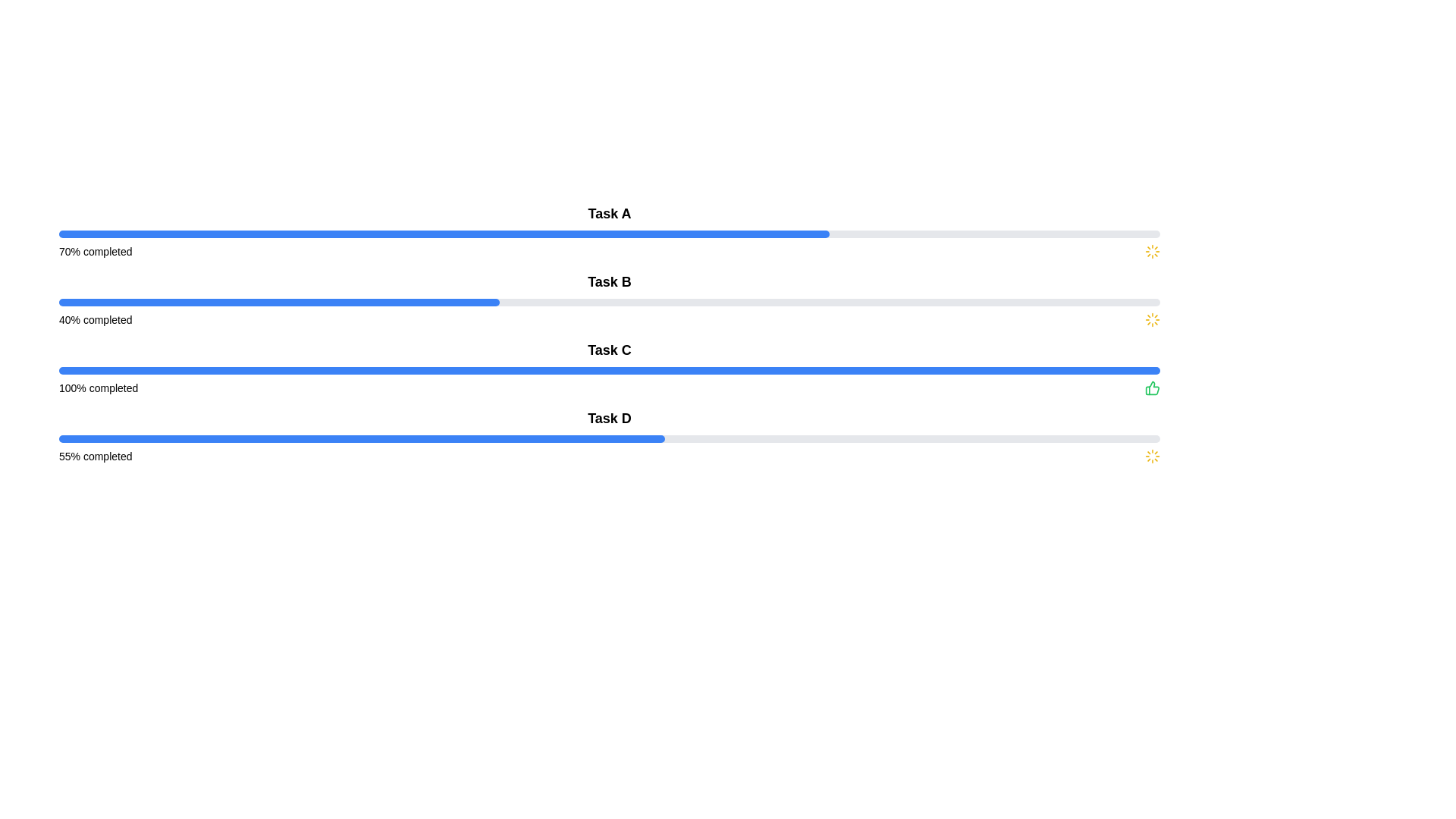 The height and width of the screenshot is (819, 1456). Describe the element at coordinates (610, 281) in the screenshot. I see `the Static Text Label that displays 'Task B', which is prominently styled and located above the corresponding progress bar` at that location.